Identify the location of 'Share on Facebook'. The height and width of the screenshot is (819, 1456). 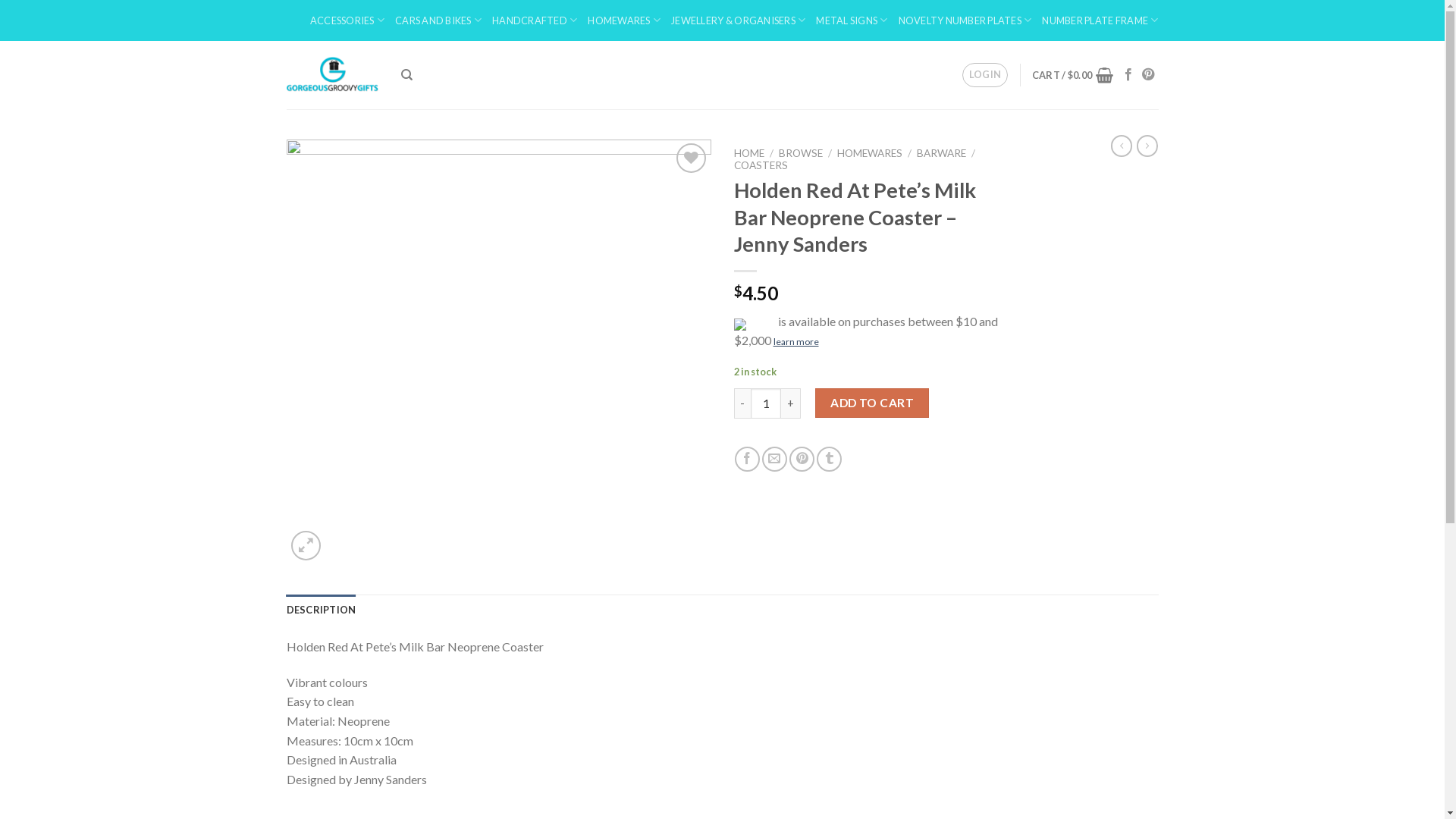
(747, 458).